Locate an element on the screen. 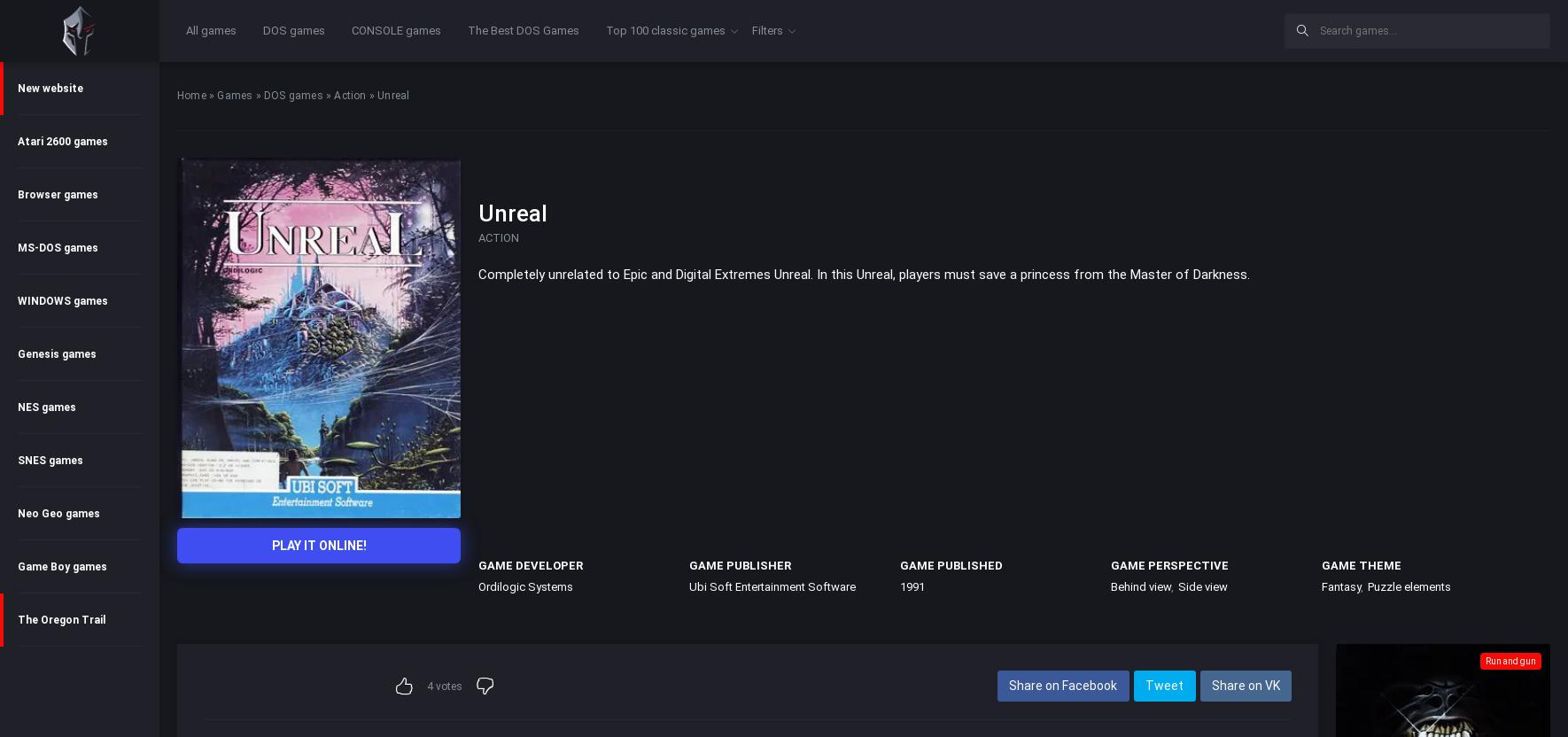 The height and width of the screenshot is (737, 1568). 'Neo Geo games' is located at coordinates (58, 512).